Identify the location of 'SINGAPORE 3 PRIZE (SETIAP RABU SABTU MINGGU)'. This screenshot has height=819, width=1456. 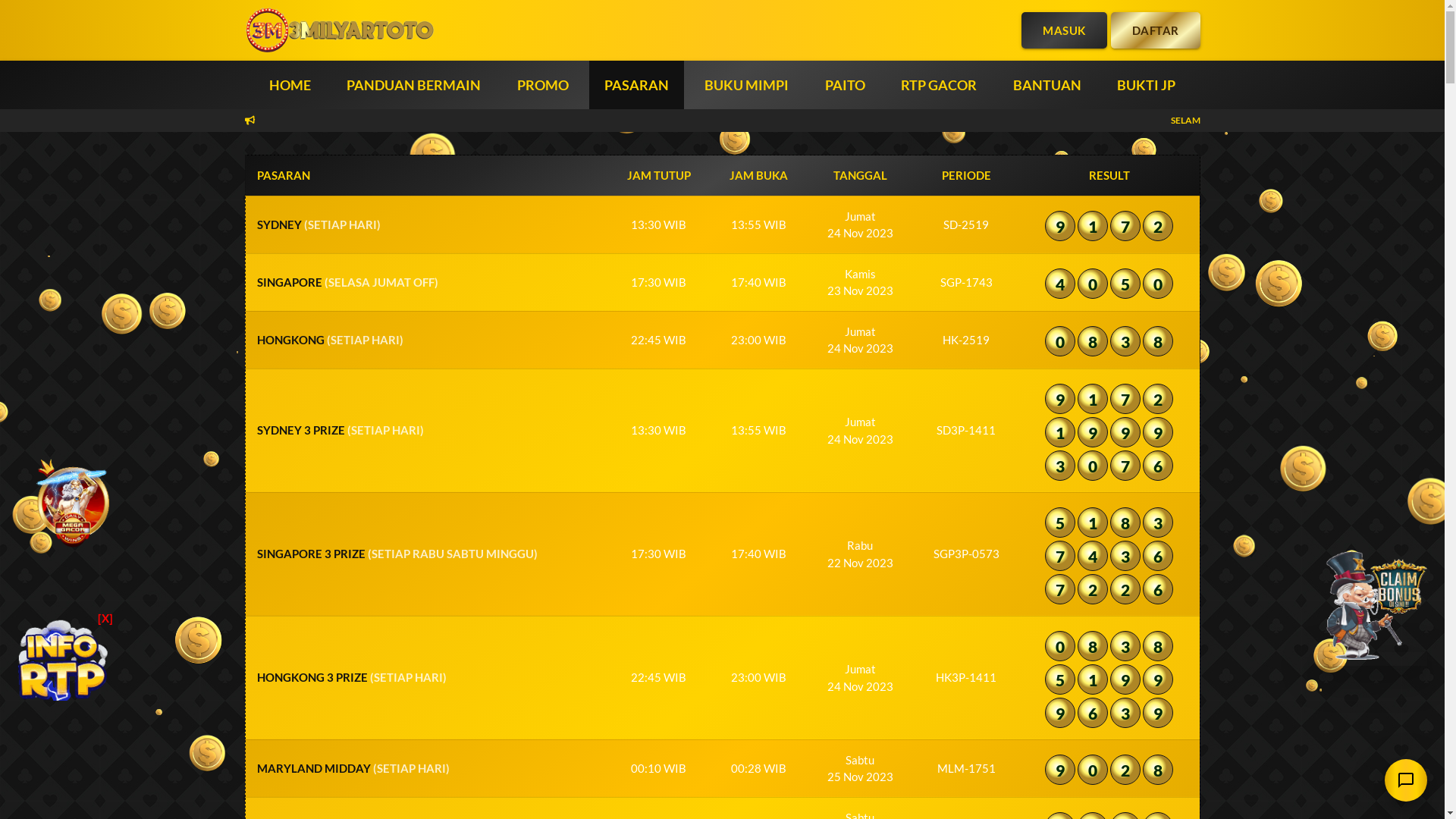
(397, 553).